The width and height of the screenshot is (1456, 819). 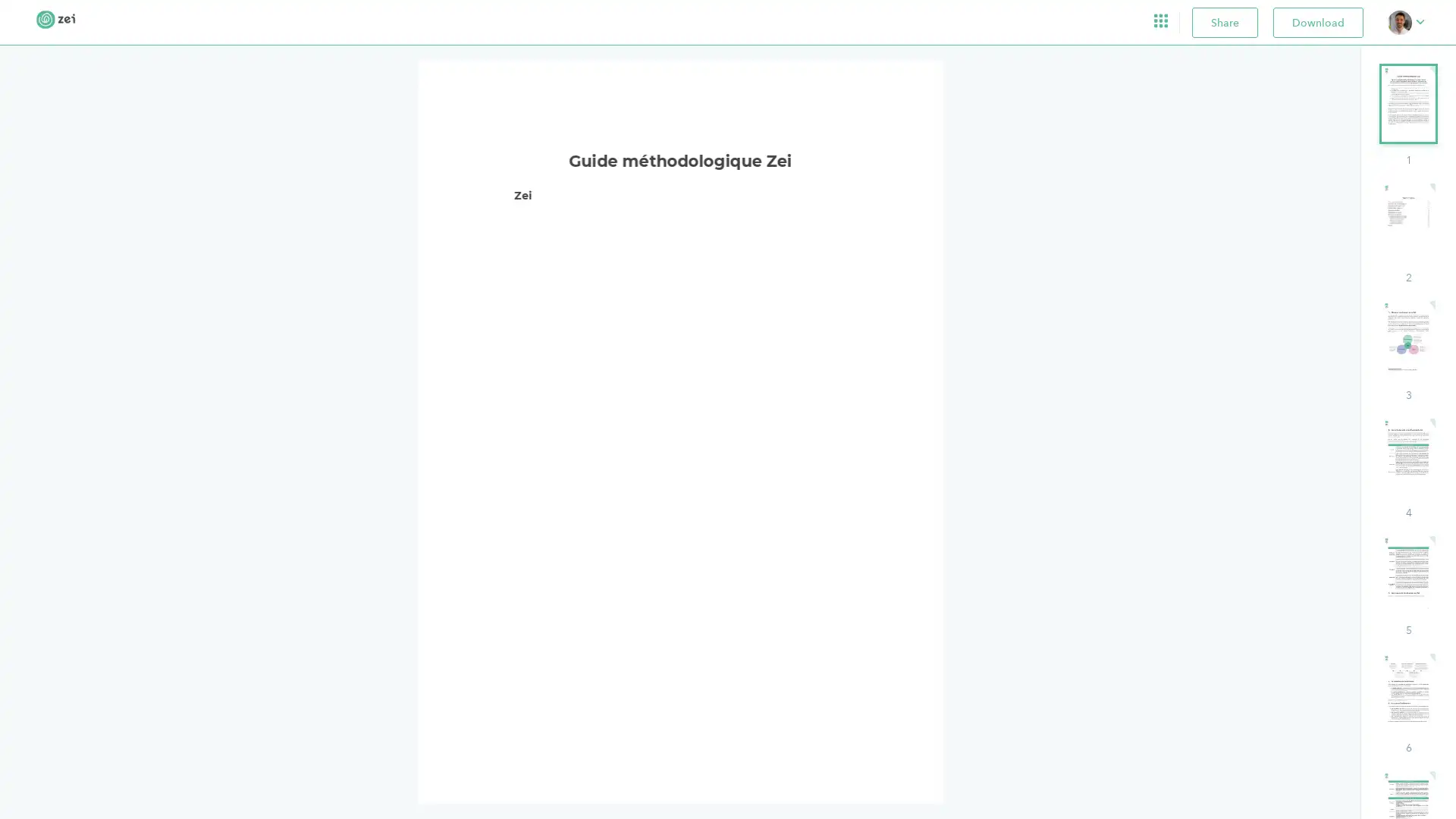 I want to click on Page 1, so click(x=1407, y=115).